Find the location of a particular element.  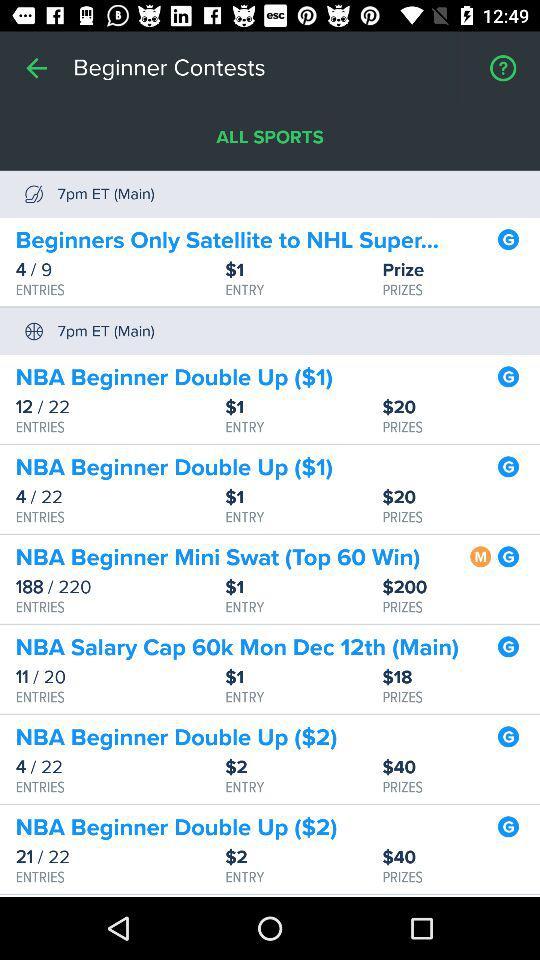

item above beginners only satellite item is located at coordinates (270, 136).